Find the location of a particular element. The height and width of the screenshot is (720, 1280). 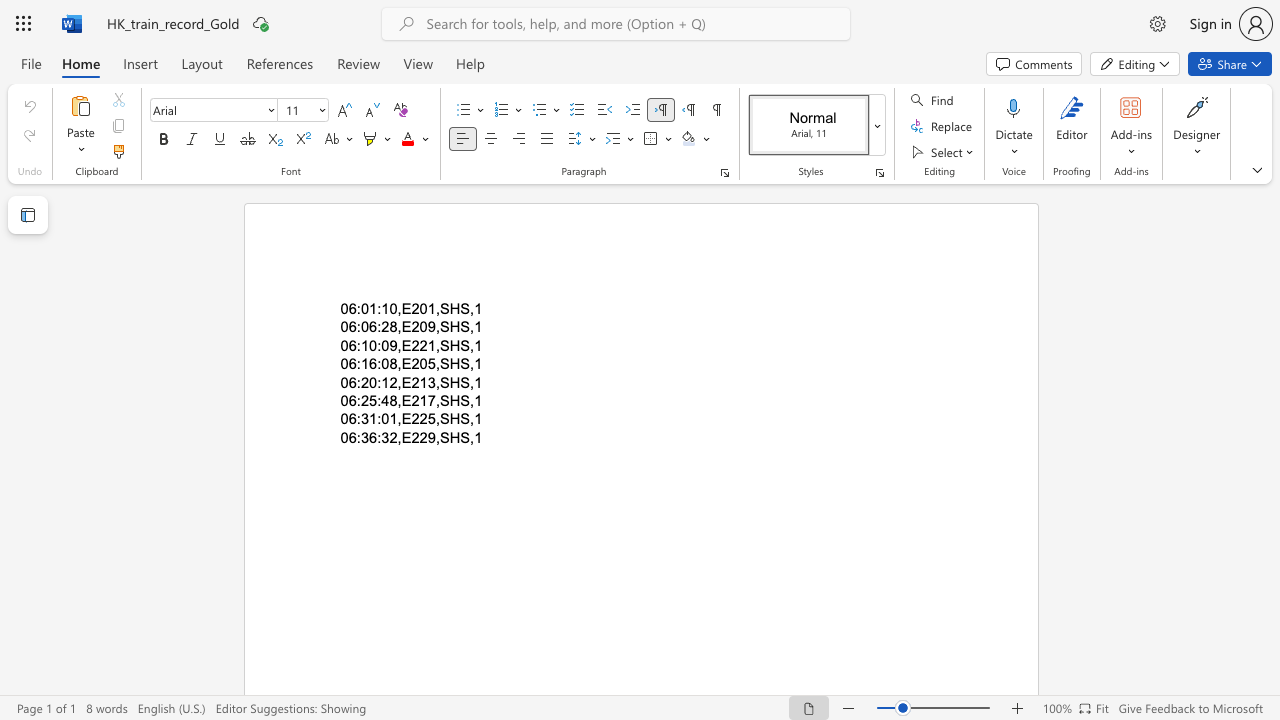

the 2th character "2" in the text is located at coordinates (393, 382).